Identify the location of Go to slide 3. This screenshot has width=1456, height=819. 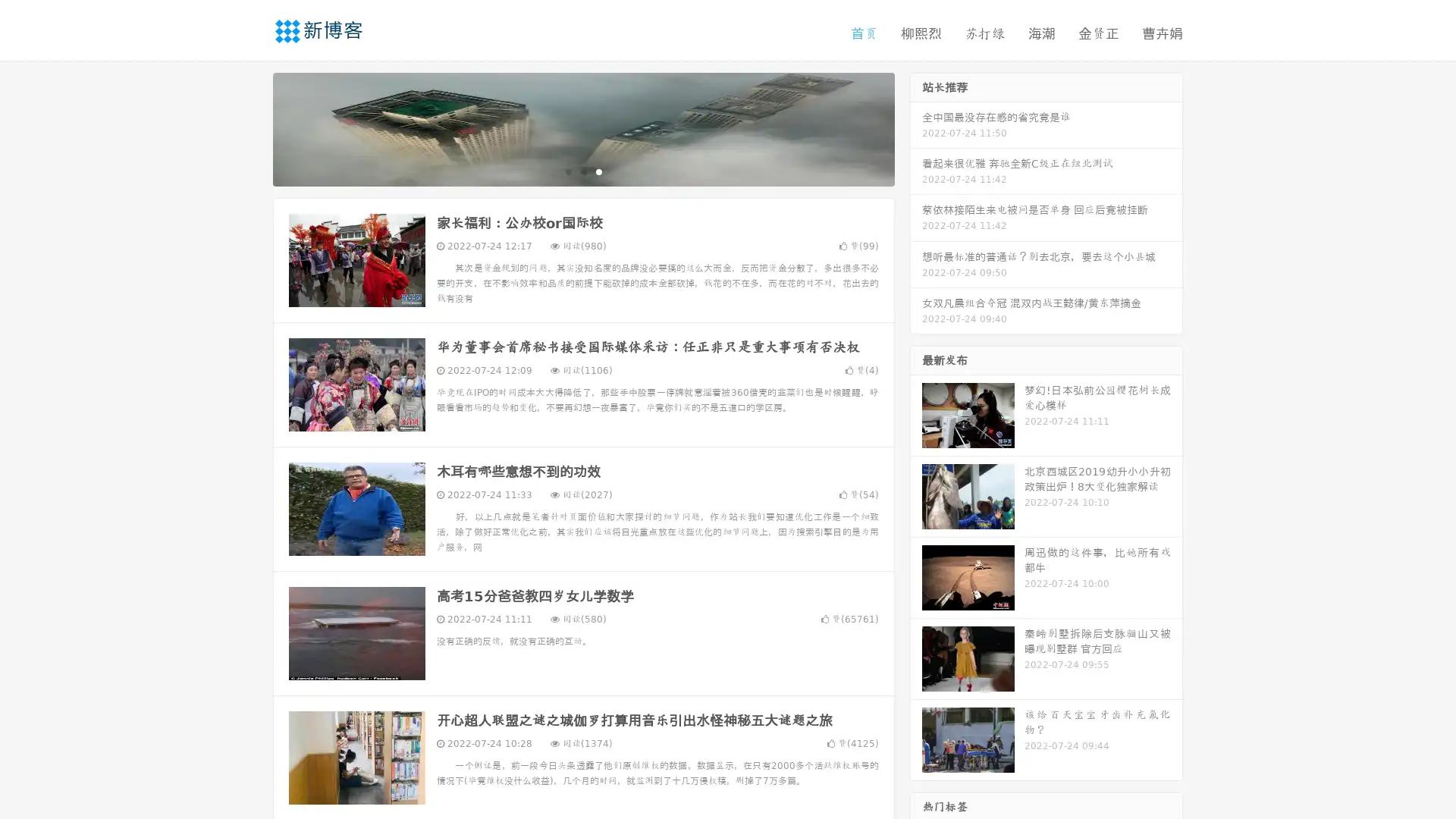
(598, 171).